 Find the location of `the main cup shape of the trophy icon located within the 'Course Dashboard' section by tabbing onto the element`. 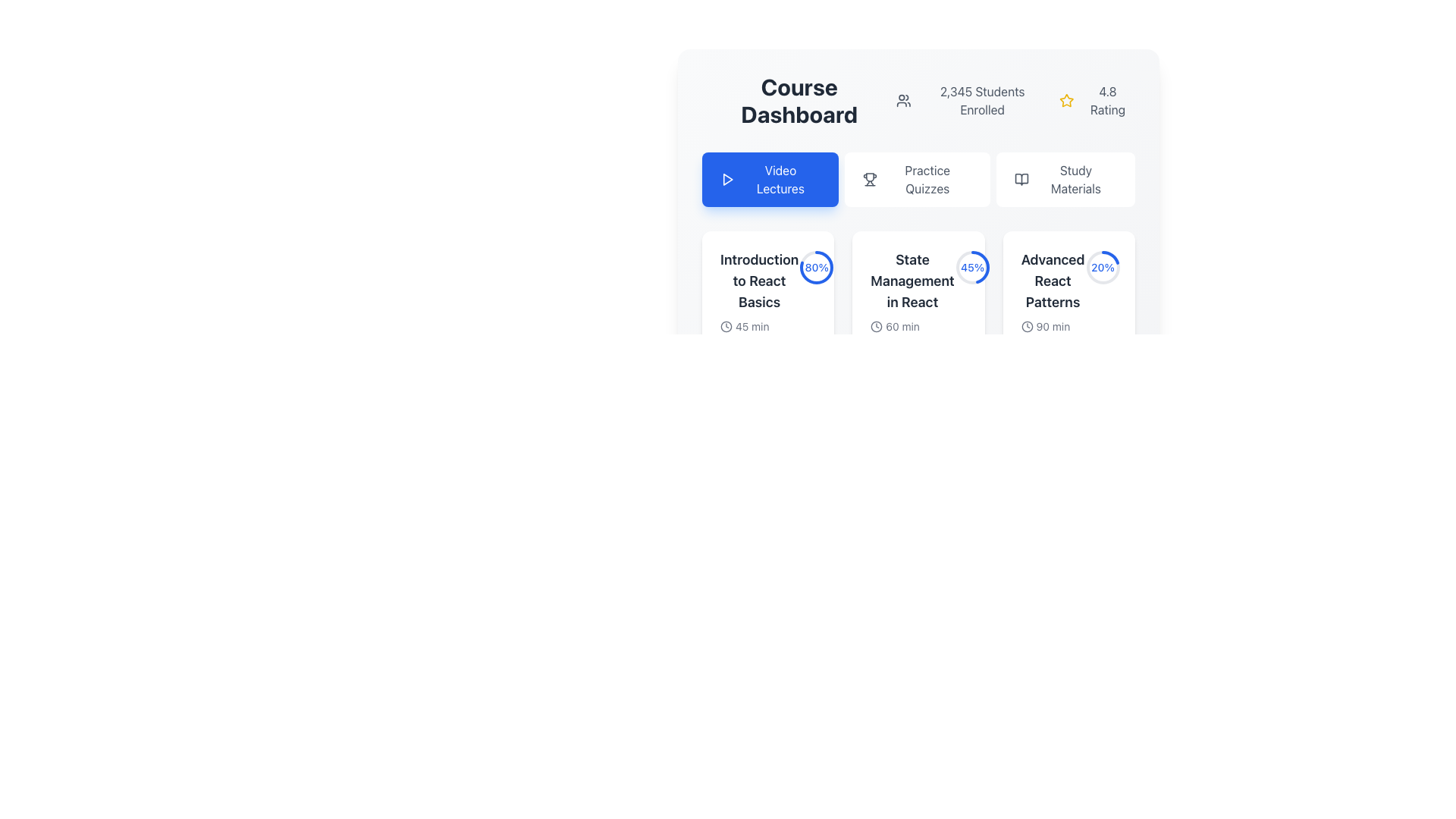

the main cup shape of the trophy icon located within the 'Course Dashboard' section by tabbing onto the element is located at coordinates (870, 177).